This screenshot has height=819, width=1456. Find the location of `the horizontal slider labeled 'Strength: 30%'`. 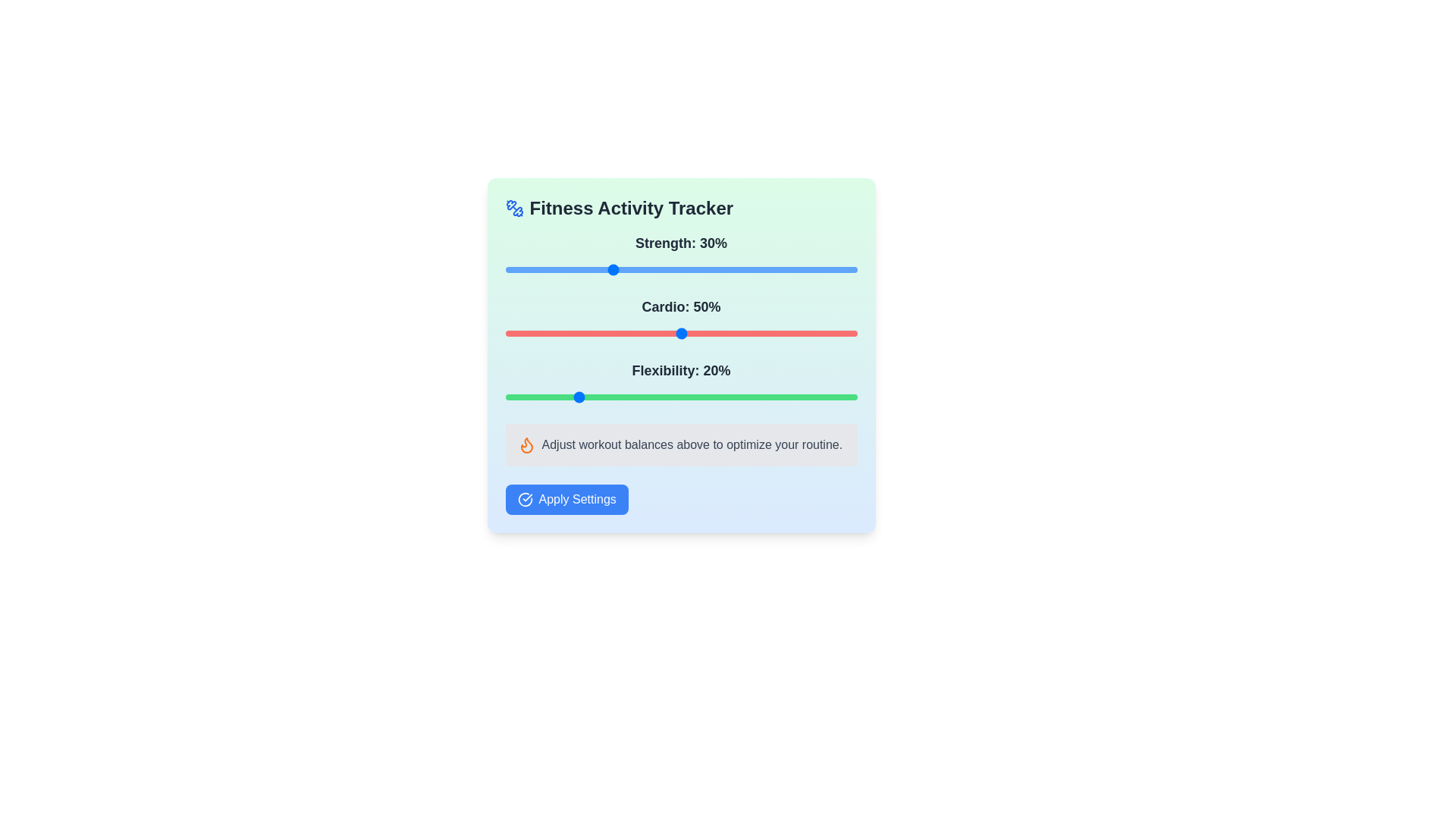

the horizontal slider labeled 'Strength: 30%' is located at coordinates (680, 268).